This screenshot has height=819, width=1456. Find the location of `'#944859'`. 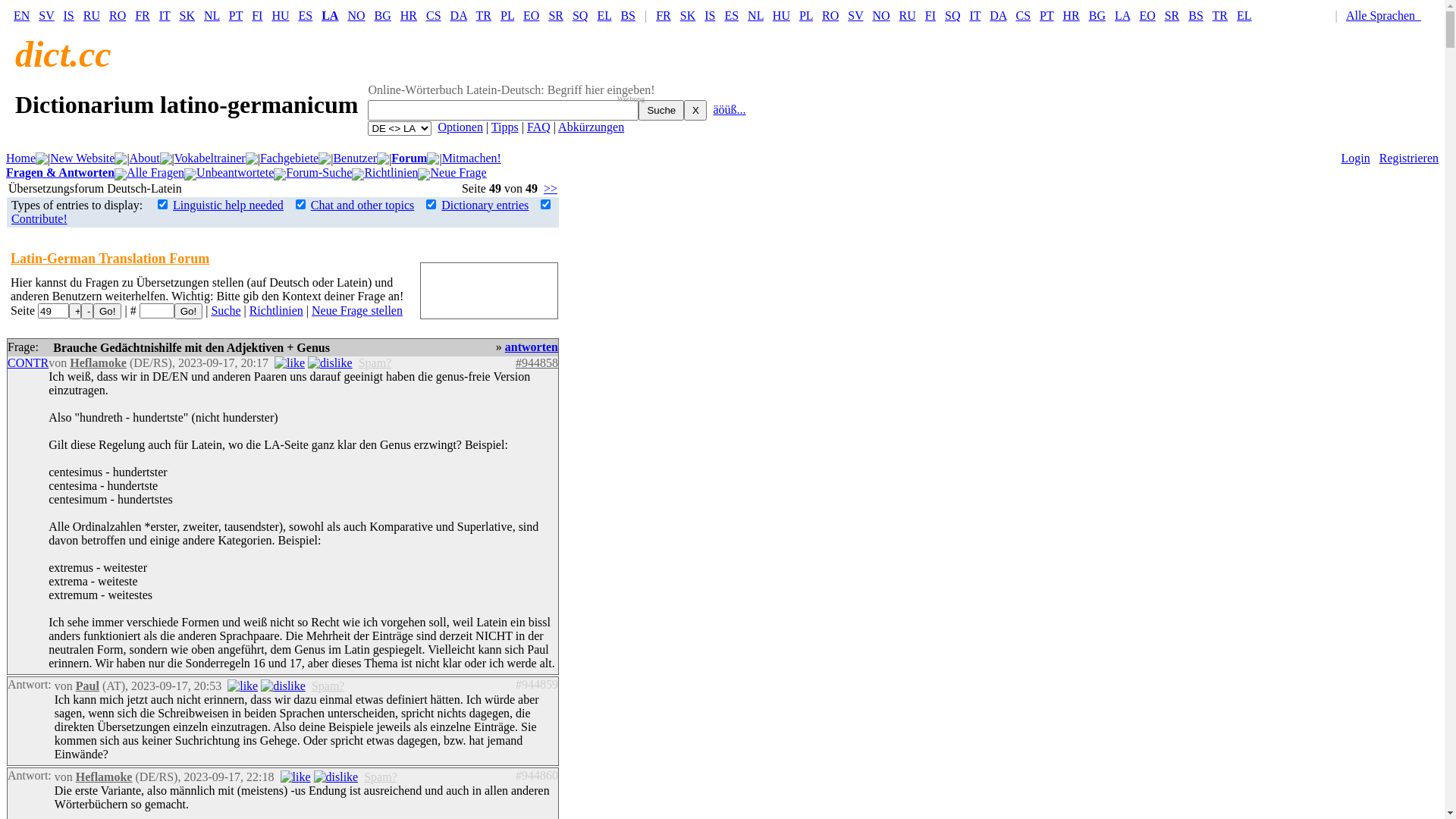

'#944859' is located at coordinates (537, 684).